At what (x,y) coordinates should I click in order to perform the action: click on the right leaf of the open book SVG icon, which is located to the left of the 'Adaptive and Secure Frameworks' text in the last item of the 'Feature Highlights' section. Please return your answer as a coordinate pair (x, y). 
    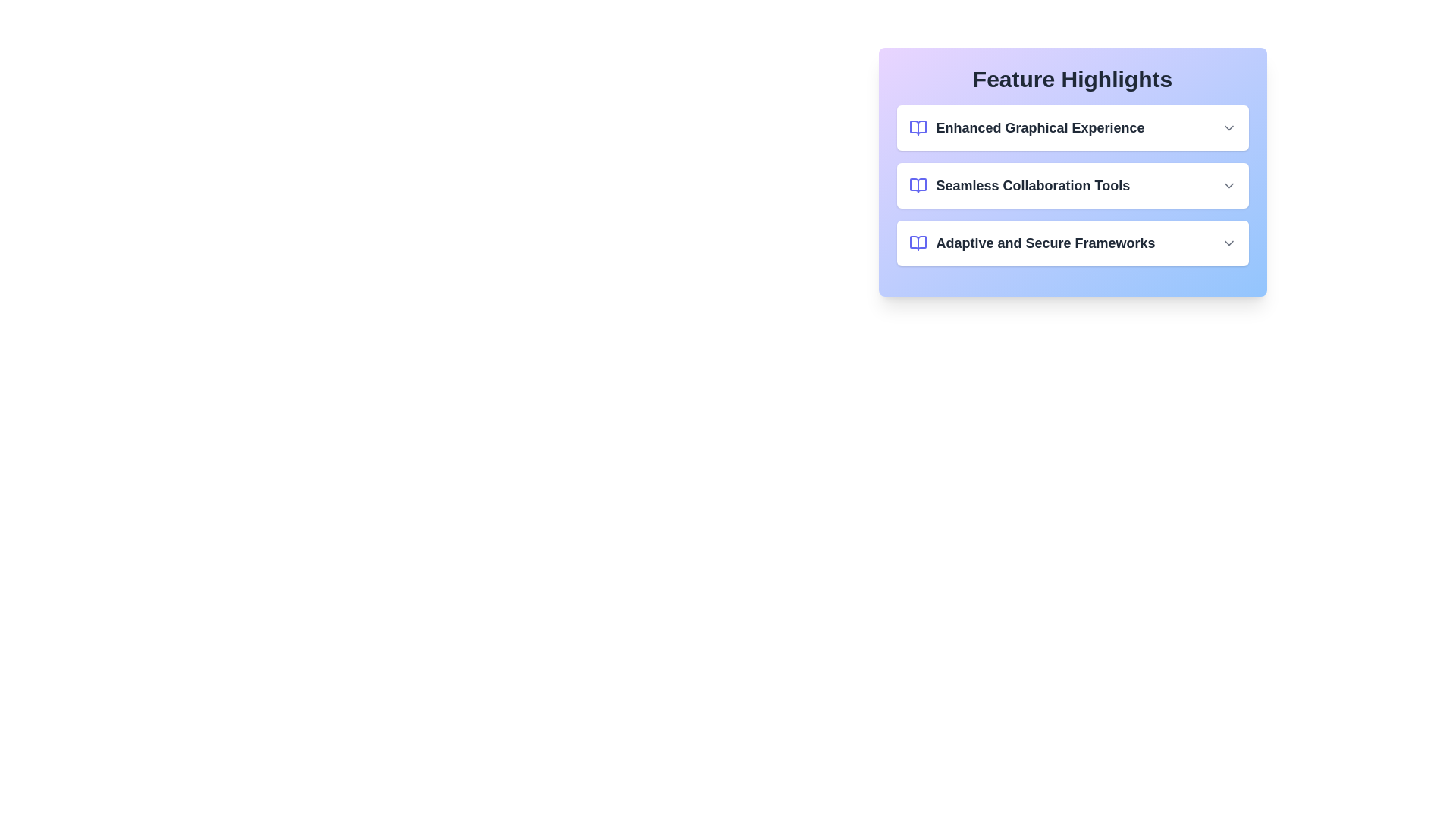
    Looking at the image, I should click on (917, 242).